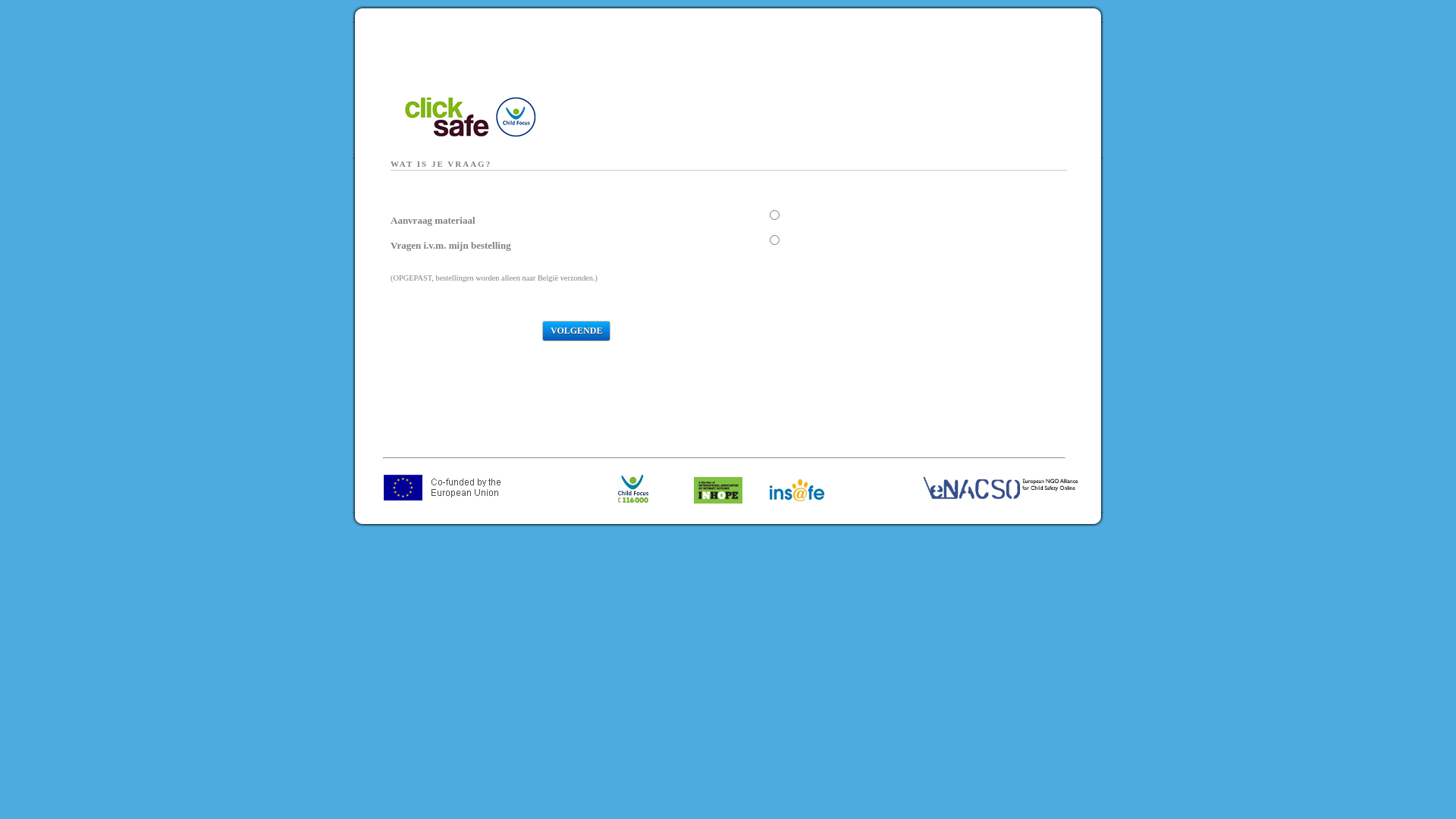  What do you see at coordinates (542, 330) in the screenshot?
I see `'Volgende'` at bounding box center [542, 330].